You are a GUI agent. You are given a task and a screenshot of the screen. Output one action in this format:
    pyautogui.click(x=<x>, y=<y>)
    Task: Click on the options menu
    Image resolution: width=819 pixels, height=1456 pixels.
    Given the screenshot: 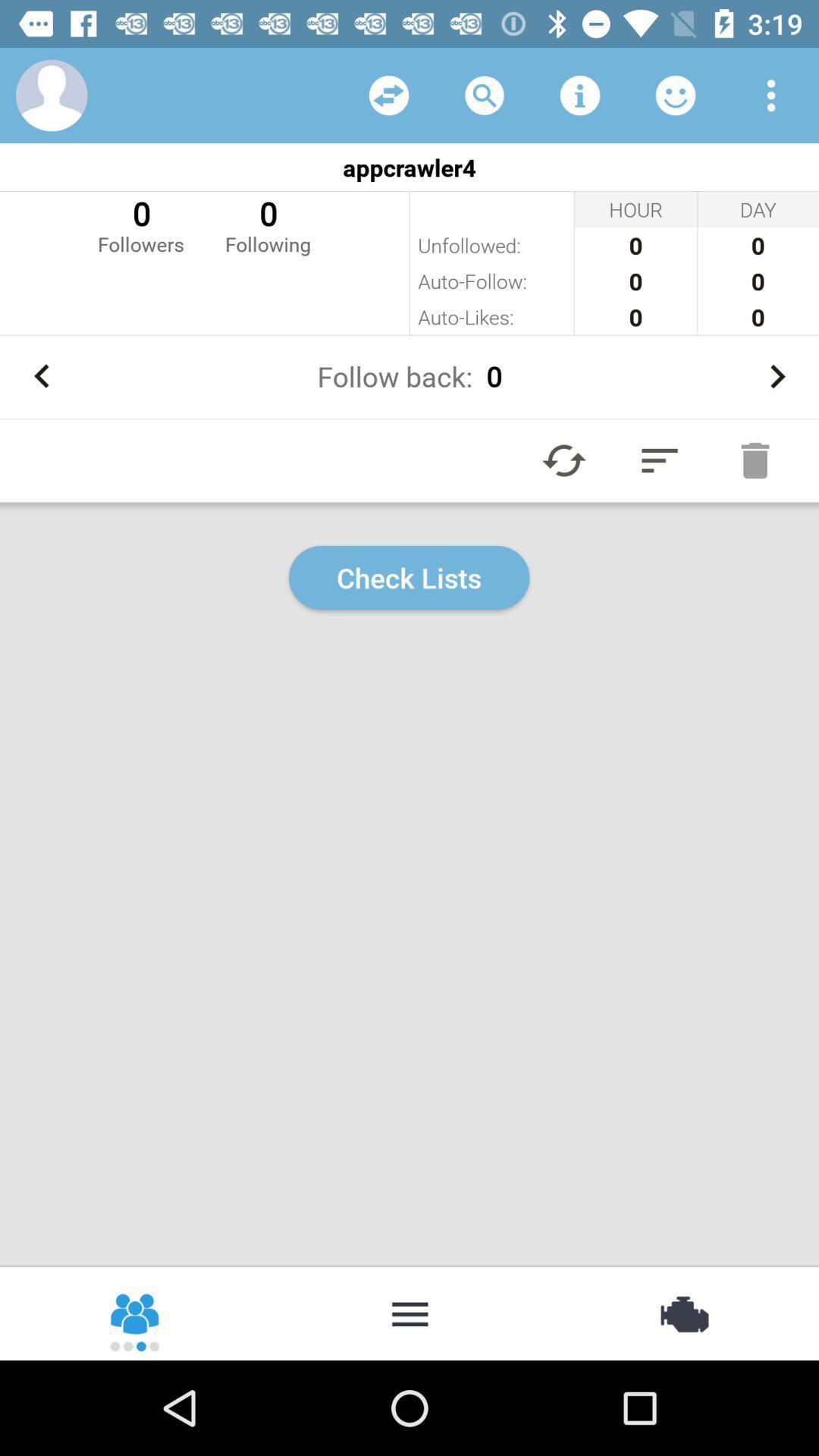 What is the action you would take?
    pyautogui.click(x=771, y=94)
    